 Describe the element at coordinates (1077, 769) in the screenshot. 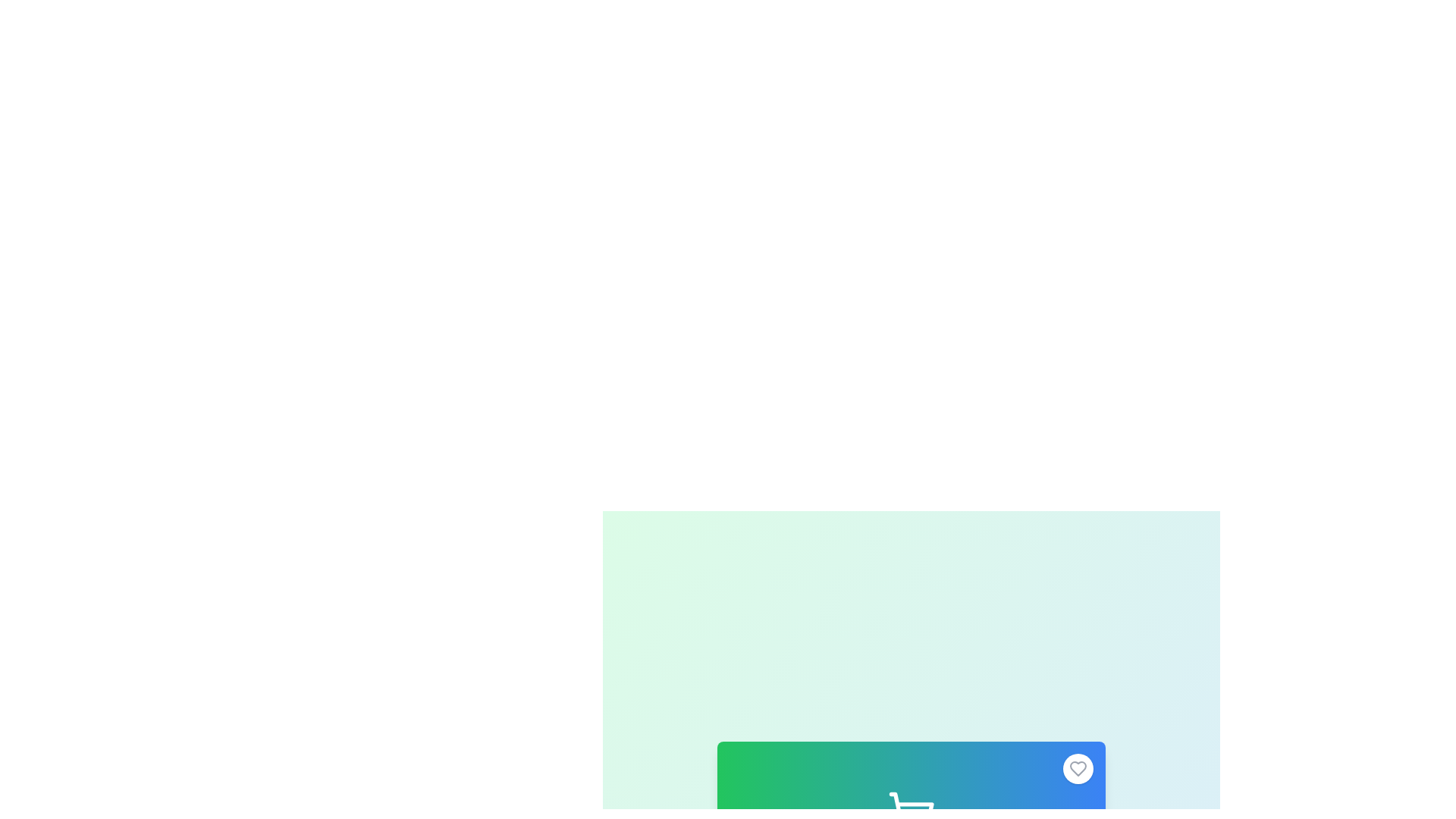

I see `the heart icon located` at that location.